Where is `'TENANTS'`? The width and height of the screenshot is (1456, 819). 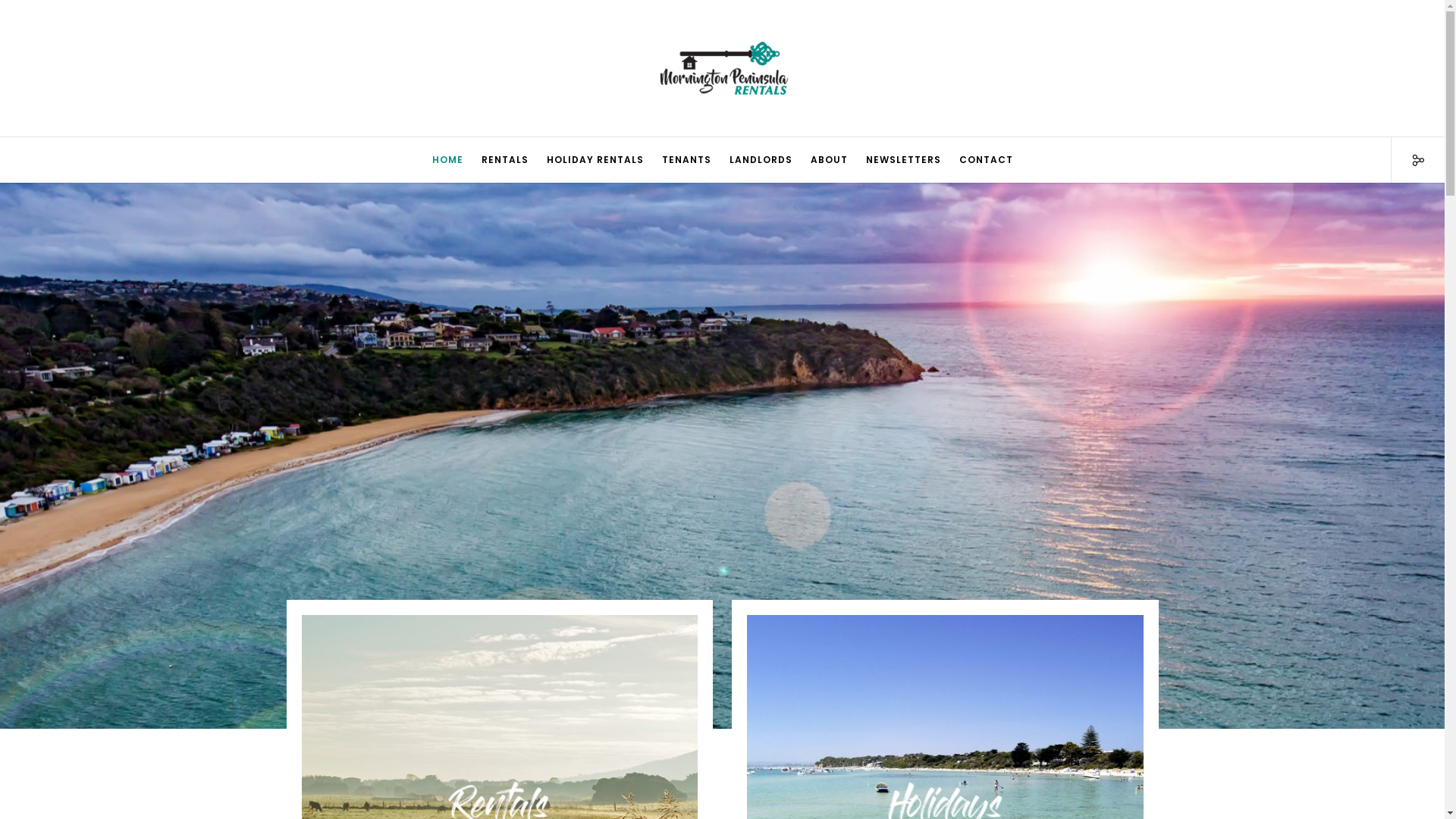
'TENANTS' is located at coordinates (685, 160).